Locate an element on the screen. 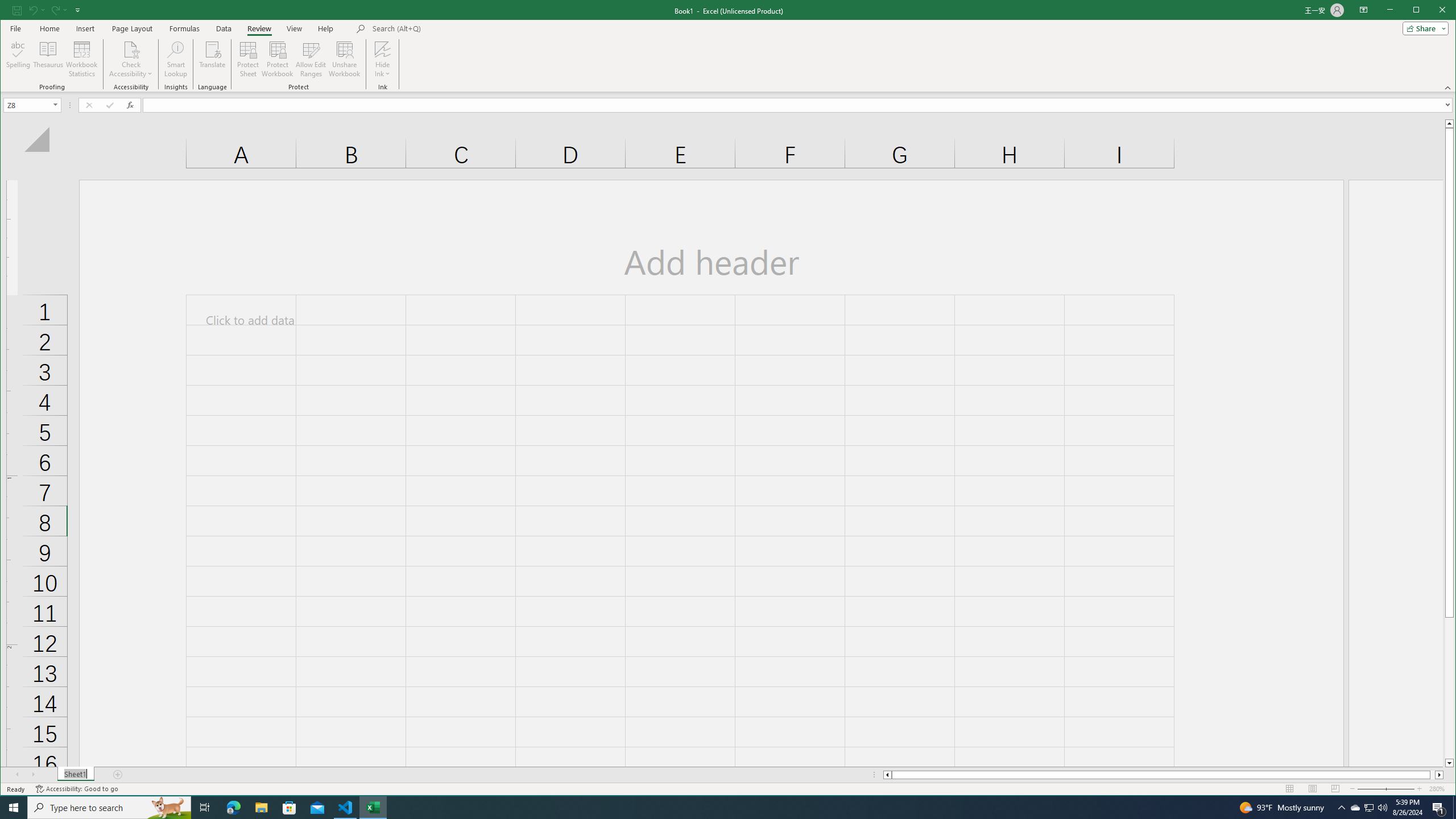 The image size is (1456, 819). 'Protect Sheet...' is located at coordinates (248, 59).